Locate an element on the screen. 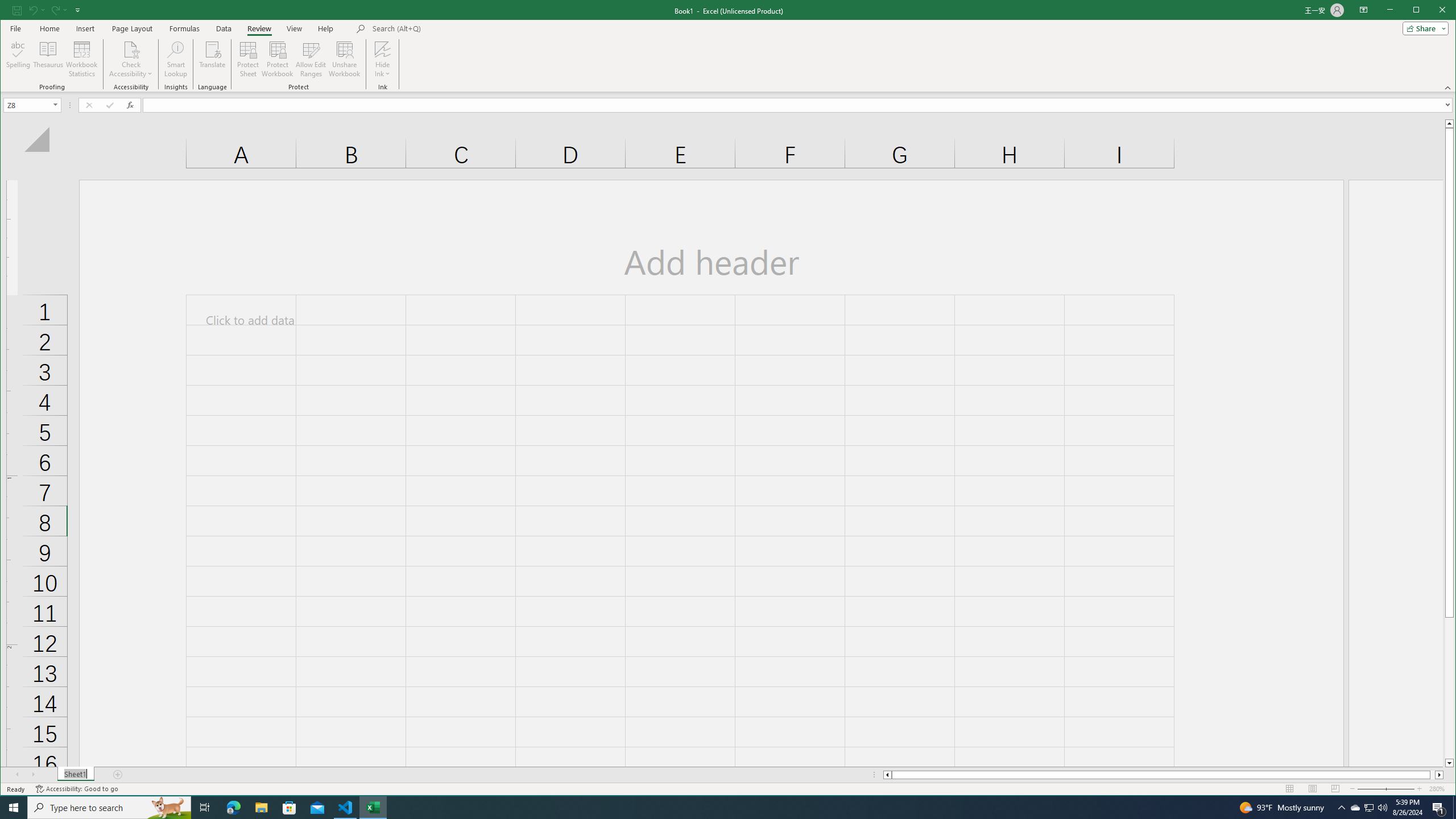 The image size is (1456, 819). 'Protect Sheet...' is located at coordinates (248, 59).